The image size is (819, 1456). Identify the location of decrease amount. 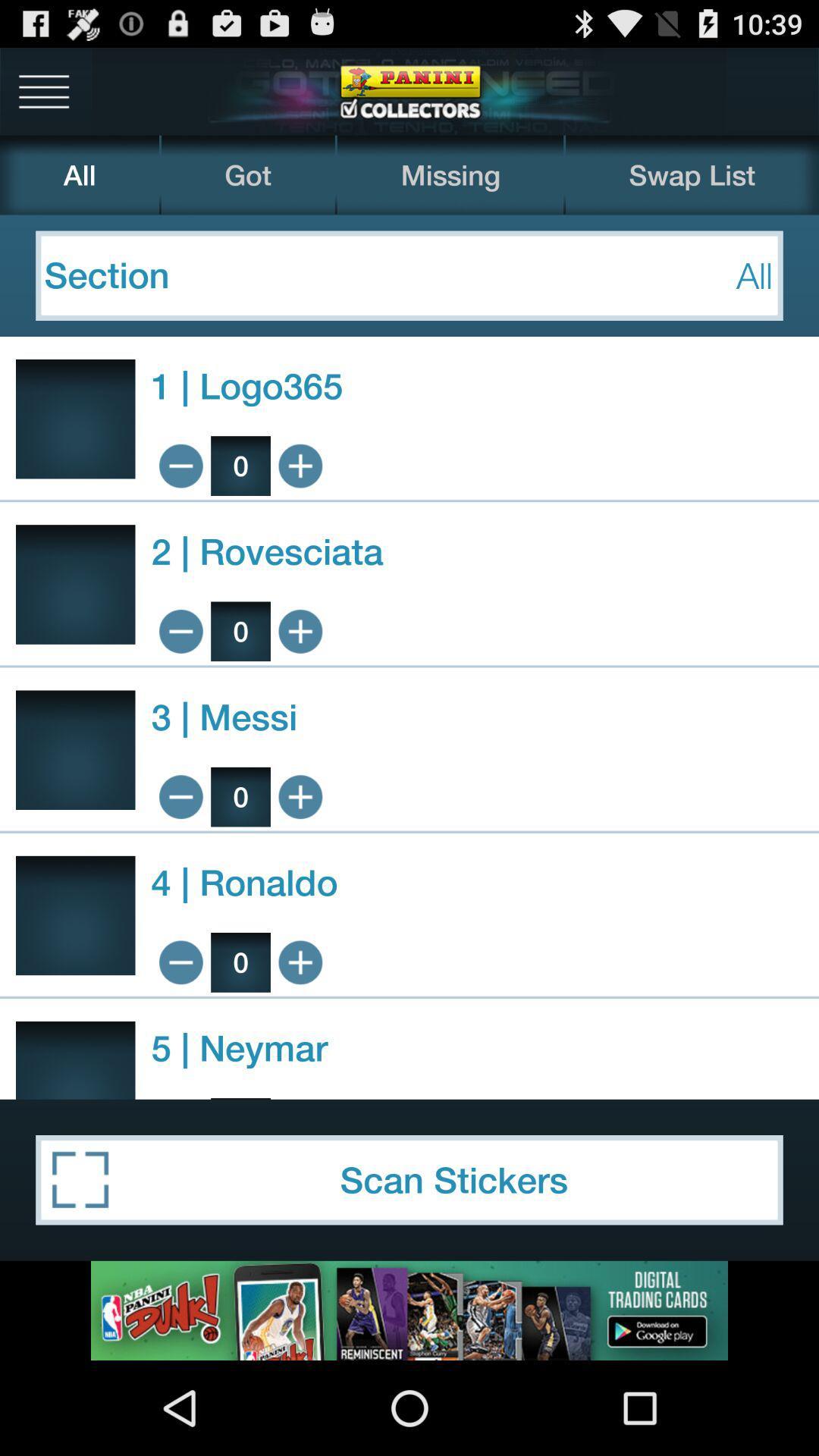
(180, 631).